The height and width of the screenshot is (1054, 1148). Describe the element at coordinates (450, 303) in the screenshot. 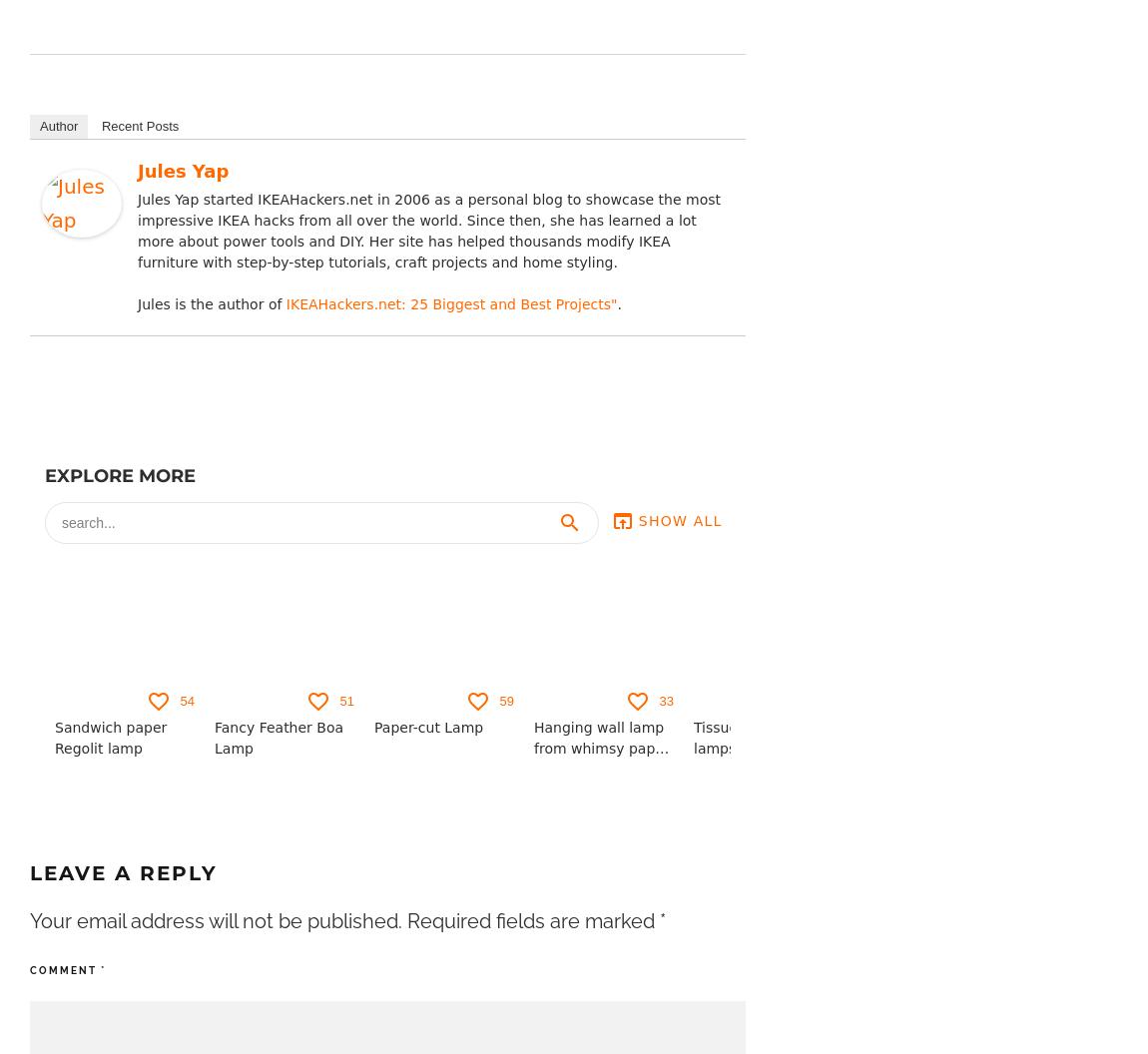

I see `'IKEAHackers.net: 25 Biggest and Best Projects"'` at that location.